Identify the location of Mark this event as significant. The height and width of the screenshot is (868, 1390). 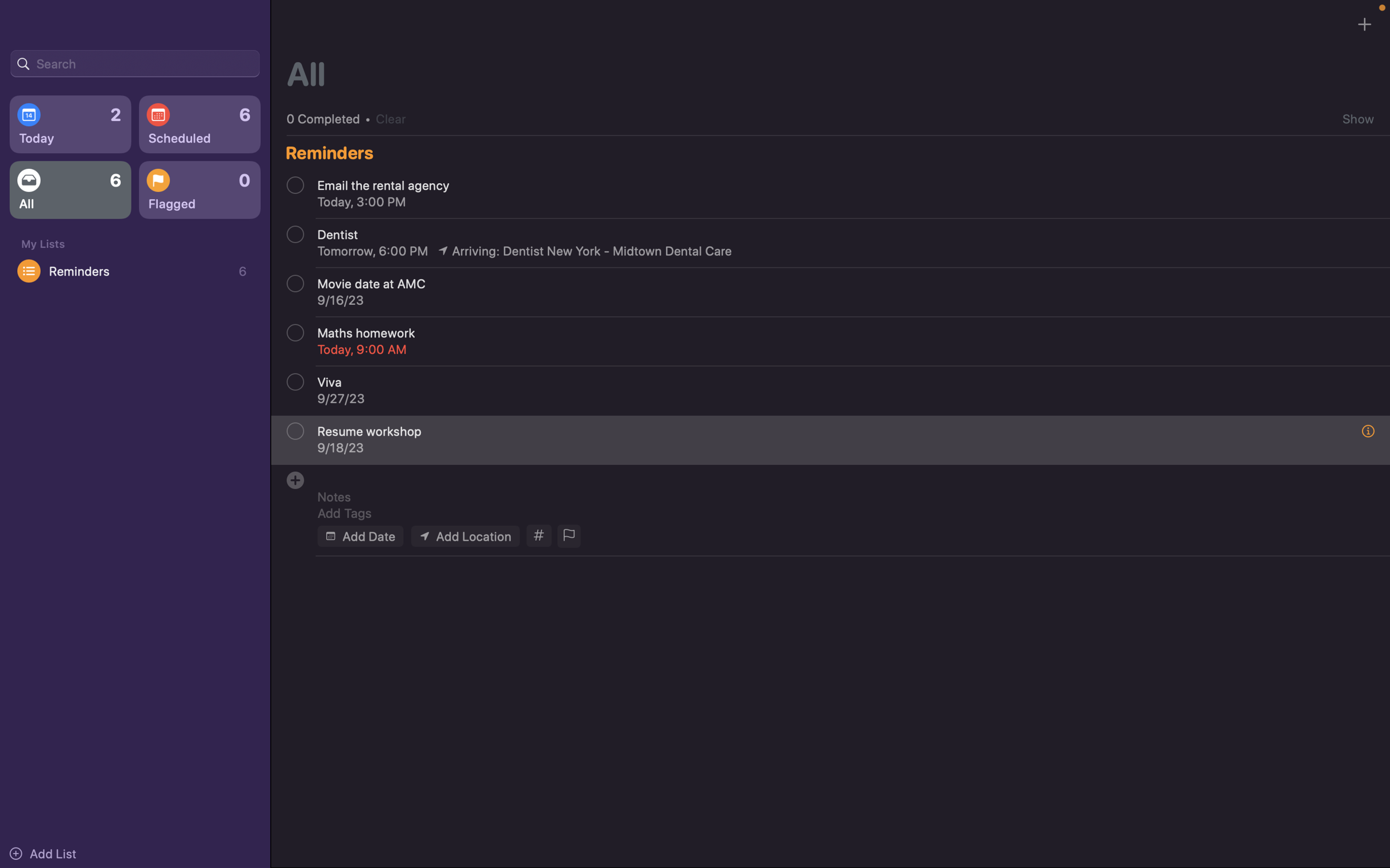
(567, 536).